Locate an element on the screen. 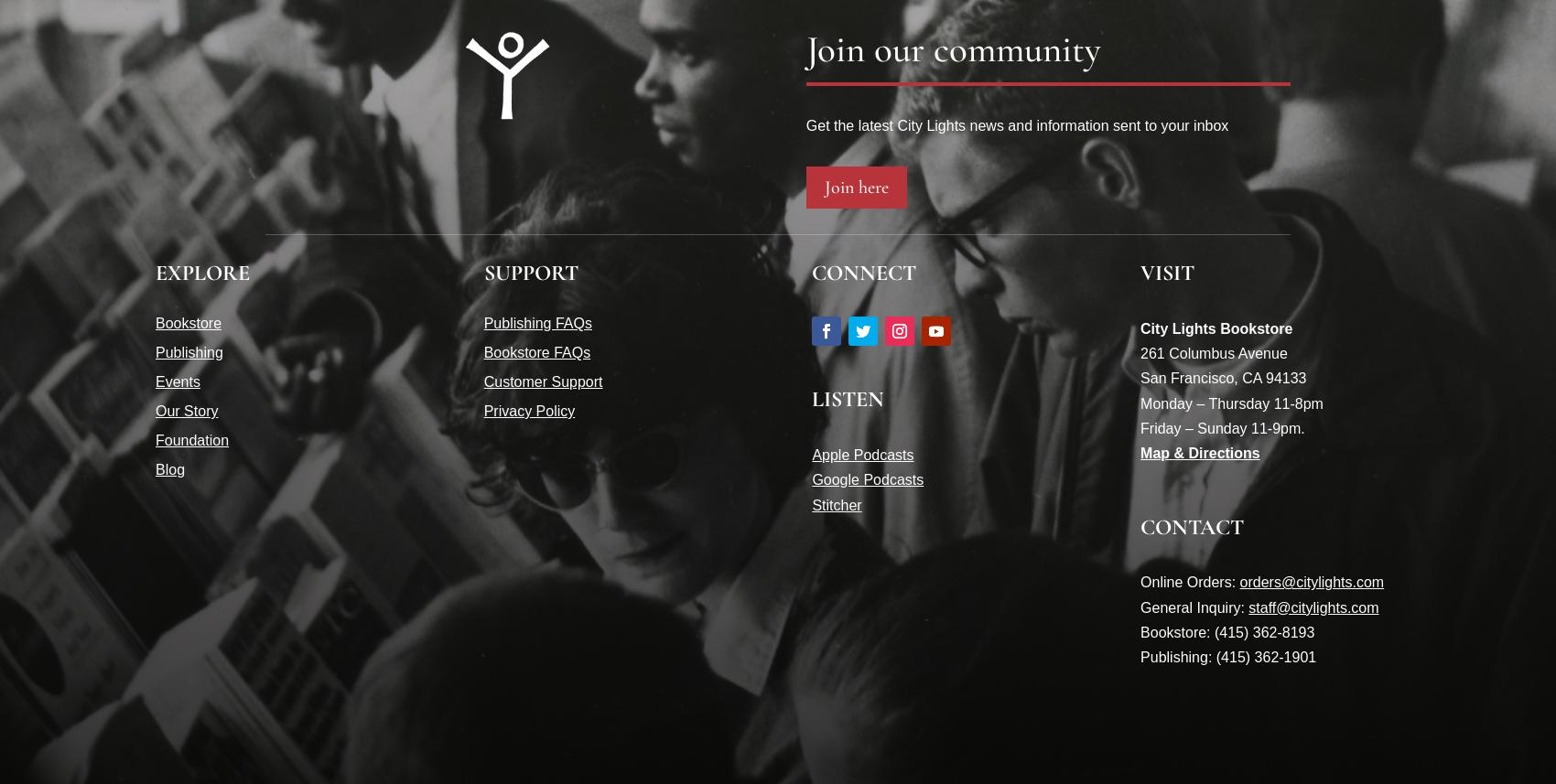 Image resolution: width=1556 pixels, height=784 pixels. 'Customer Support' is located at coordinates (541, 381).